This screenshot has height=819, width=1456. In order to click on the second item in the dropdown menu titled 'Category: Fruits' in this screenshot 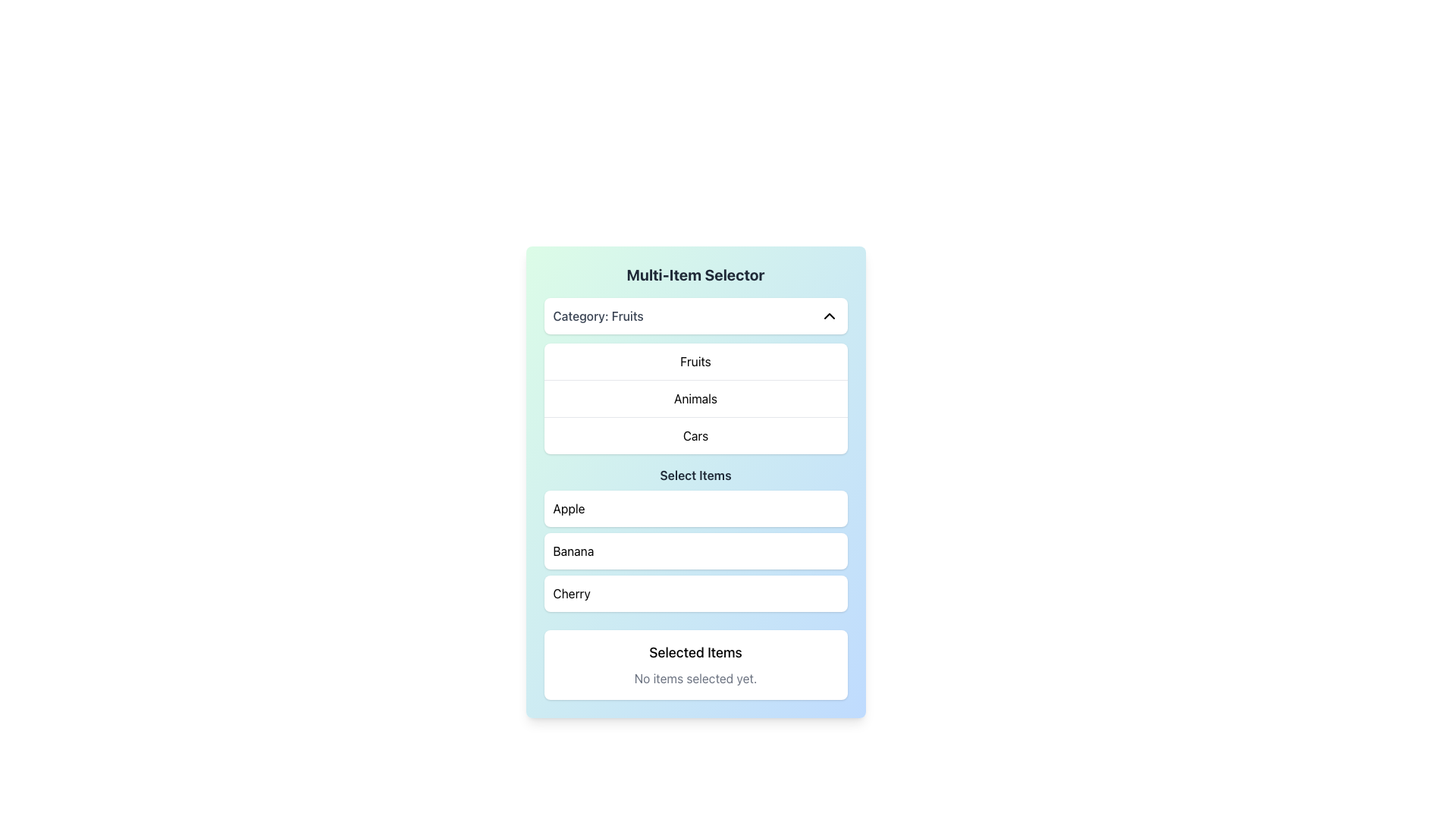, I will do `click(695, 397)`.